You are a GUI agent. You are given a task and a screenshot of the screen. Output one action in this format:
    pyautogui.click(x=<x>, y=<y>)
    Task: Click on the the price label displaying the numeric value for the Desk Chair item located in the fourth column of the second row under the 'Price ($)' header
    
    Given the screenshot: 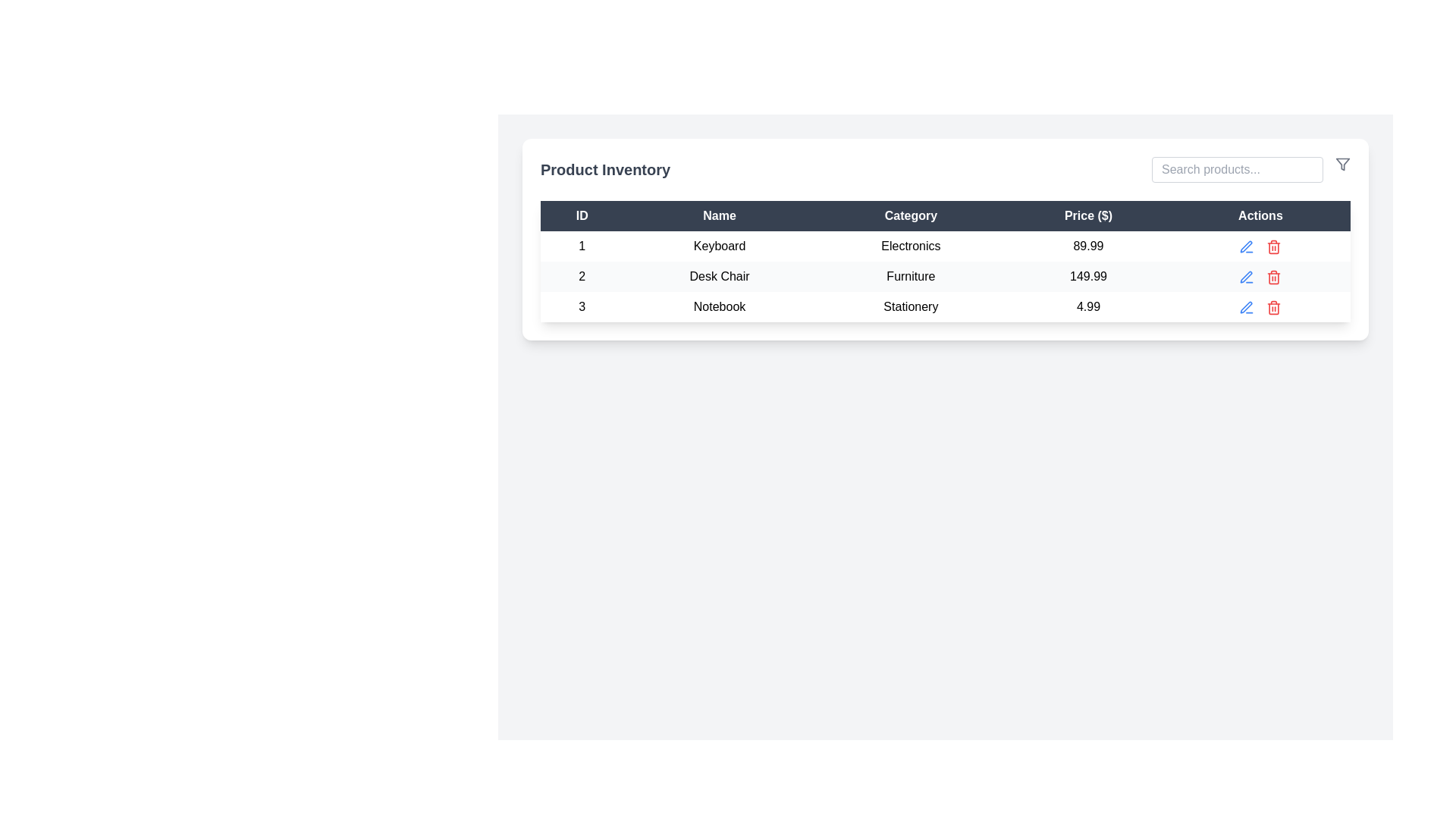 What is the action you would take?
    pyautogui.click(x=1087, y=277)
    